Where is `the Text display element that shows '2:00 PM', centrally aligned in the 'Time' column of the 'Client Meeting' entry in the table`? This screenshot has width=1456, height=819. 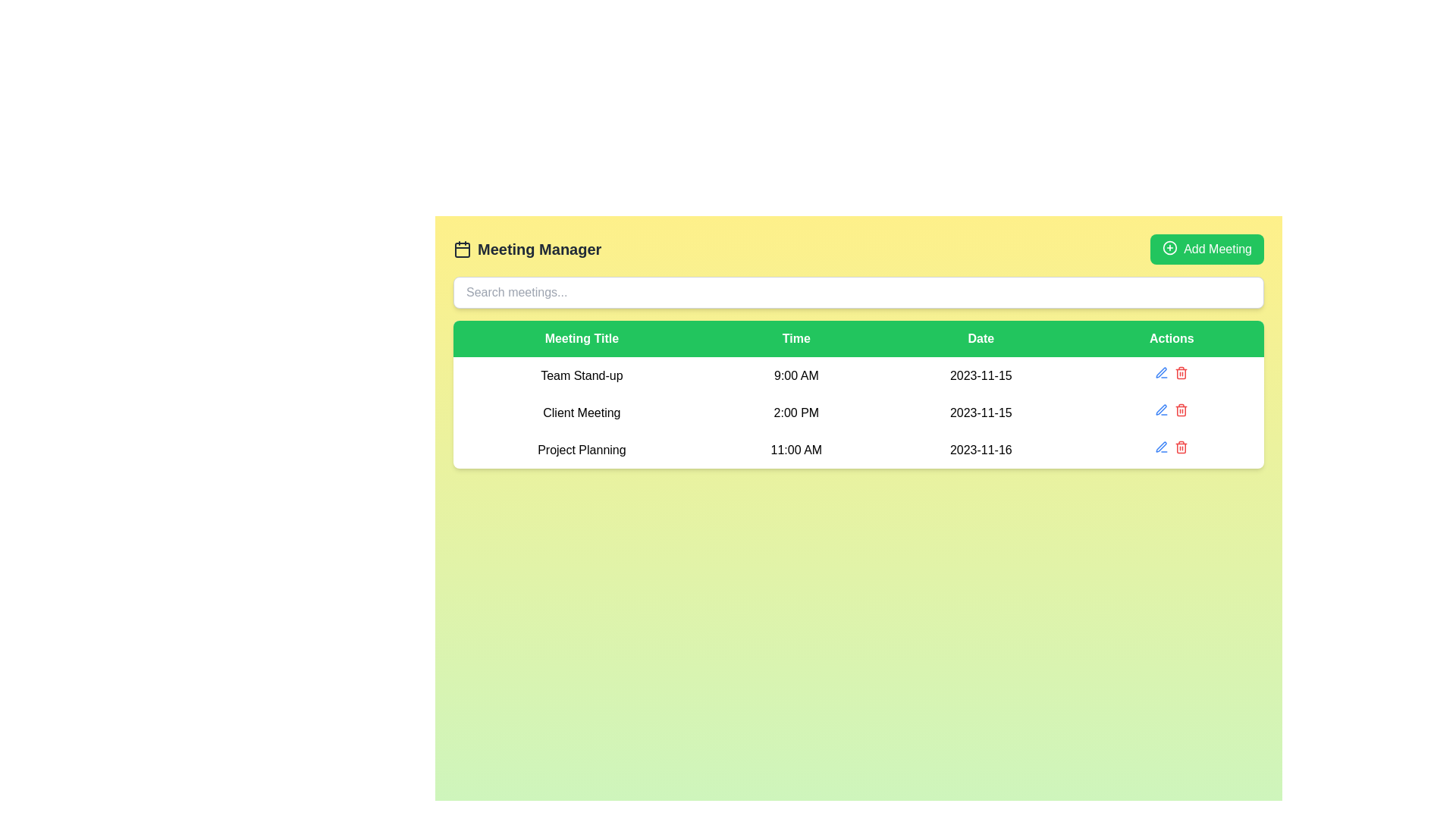 the Text display element that shows '2:00 PM', centrally aligned in the 'Time' column of the 'Client Meeting' entry in the table is located at coordinates (795, 413).